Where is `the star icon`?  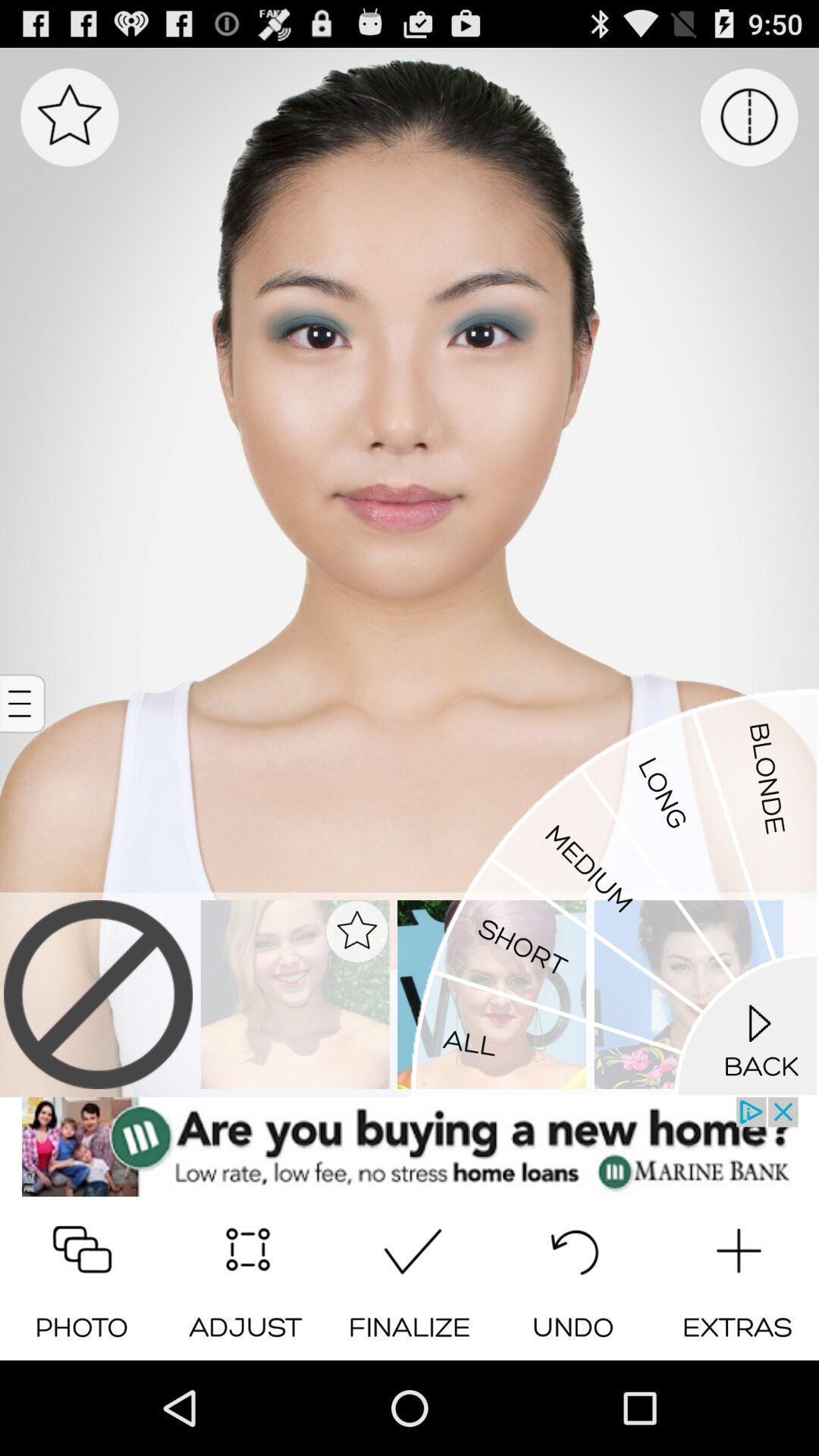
the star icon is located at coordinates (69, 125).